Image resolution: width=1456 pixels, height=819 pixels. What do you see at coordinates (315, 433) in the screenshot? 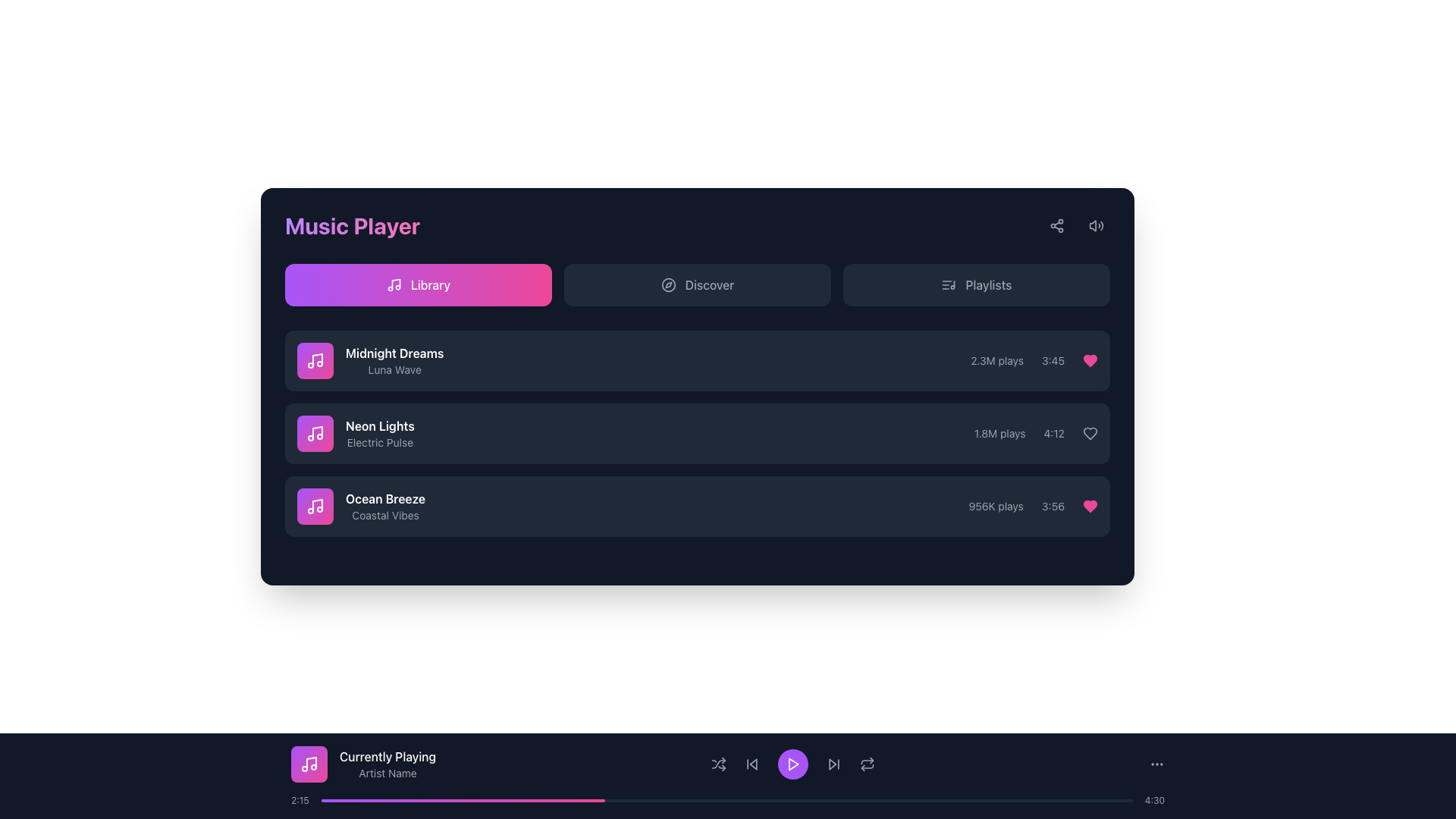
I see `the music icon located in the top-left section of the 'Midnight Dreams' entry in the main panel` at bounding box center [315, 433].